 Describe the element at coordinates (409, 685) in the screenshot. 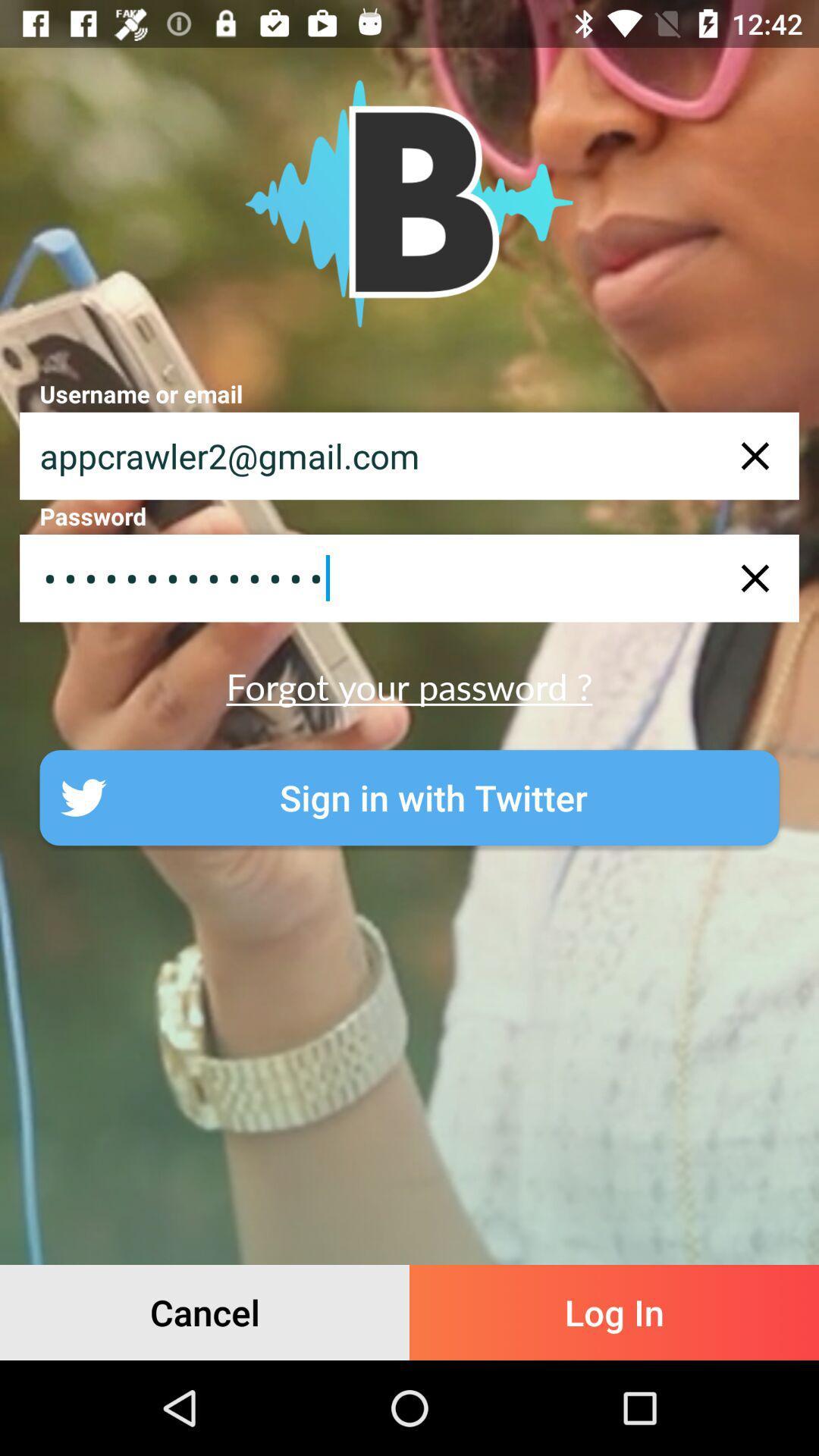

I see `the forgot your password ?` at that location.